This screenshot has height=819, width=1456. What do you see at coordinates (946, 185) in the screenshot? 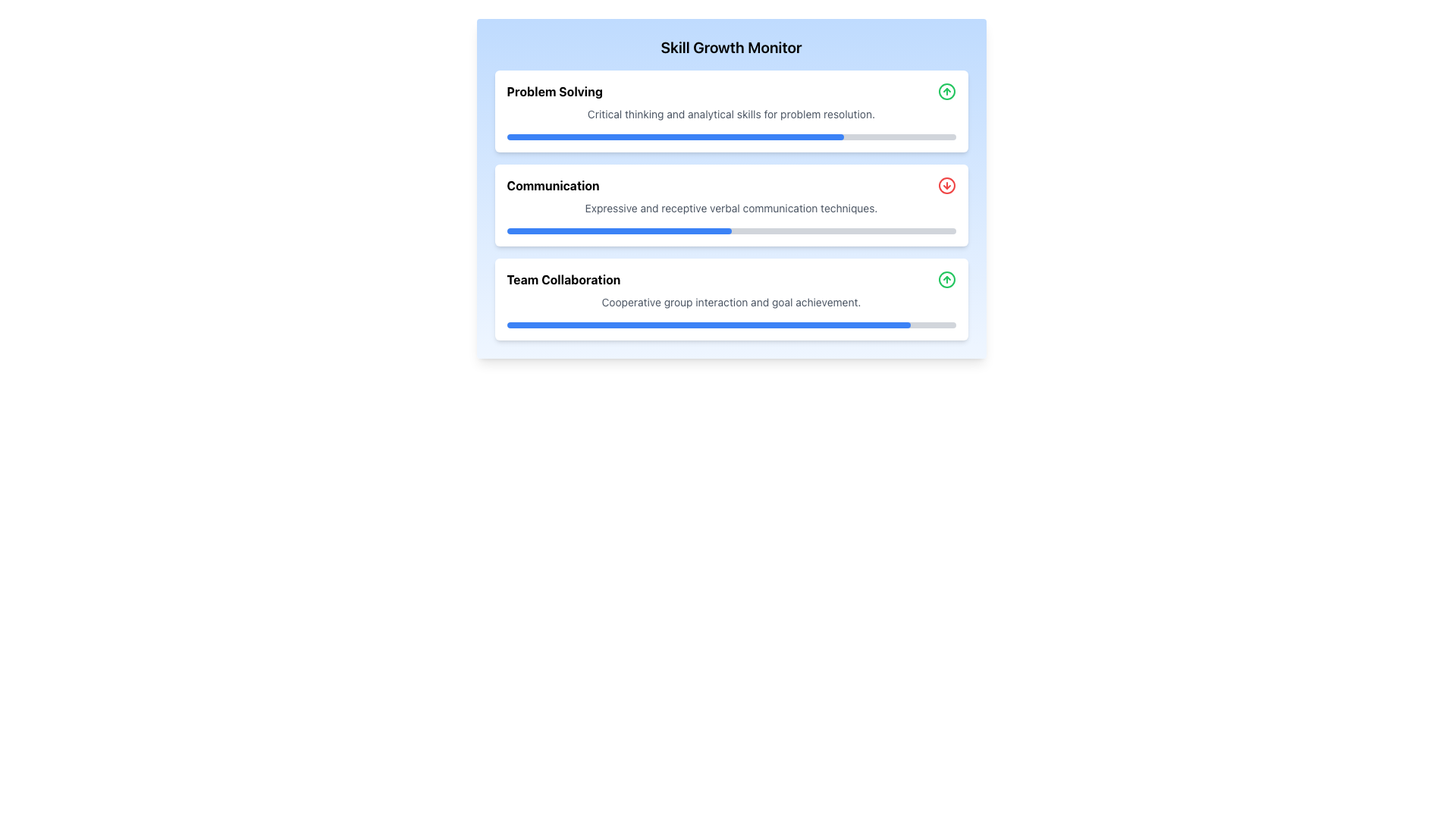
I see `the status indicator icon related to 'Communication' to interact with its functionality, if available` at bounding box center [946, 185].